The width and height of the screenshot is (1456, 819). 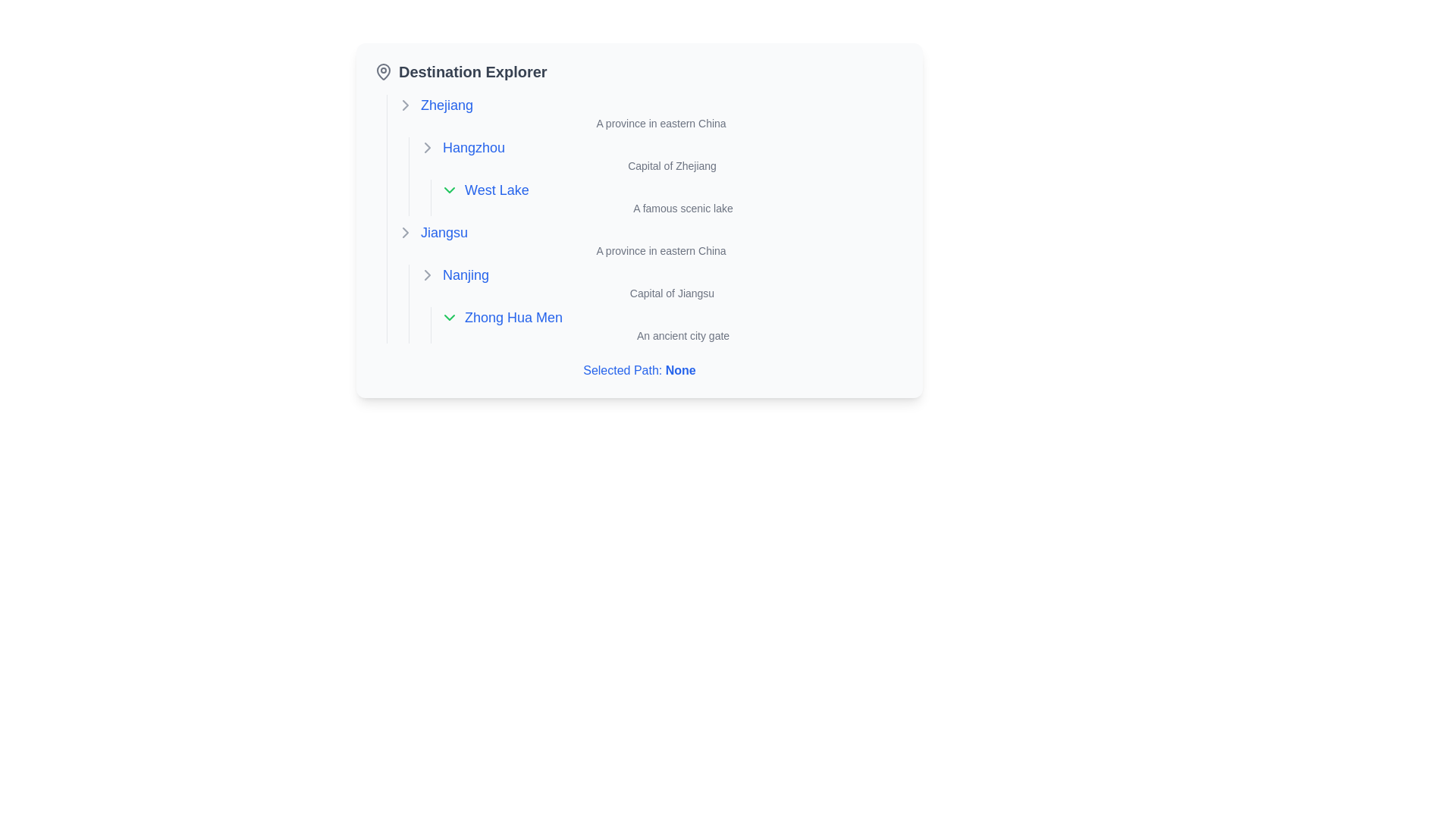 What do you see at coordinates (472, 72) in the screenshot?
I see `the 'Destination Explorer' text header` at bounding box center [472, 72].